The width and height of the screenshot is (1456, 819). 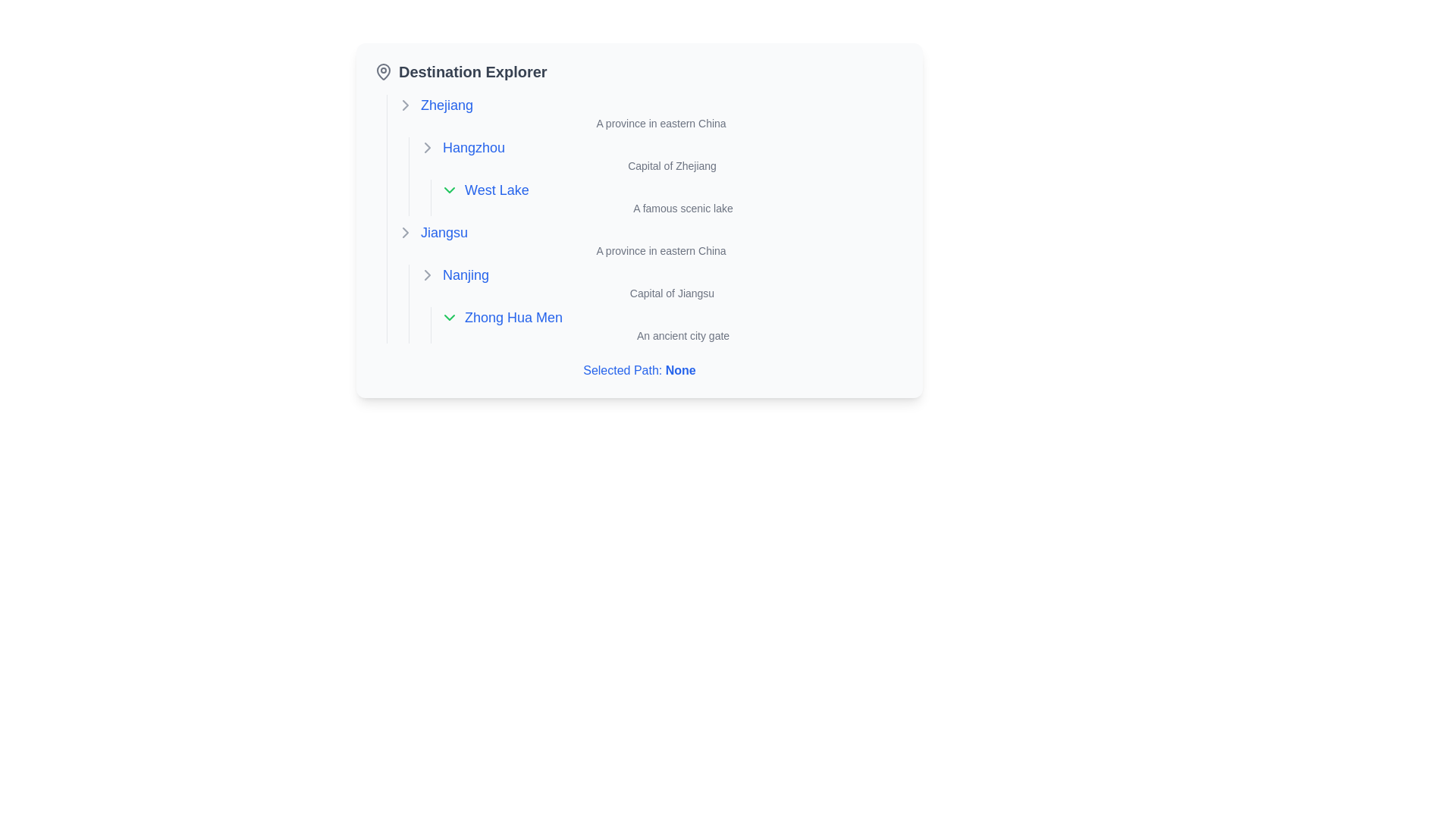 What do you see at coordinates (472, 72) in the screenshot?
I see `the 'Destination Explorer' text header` at bounding box center [472, 72].